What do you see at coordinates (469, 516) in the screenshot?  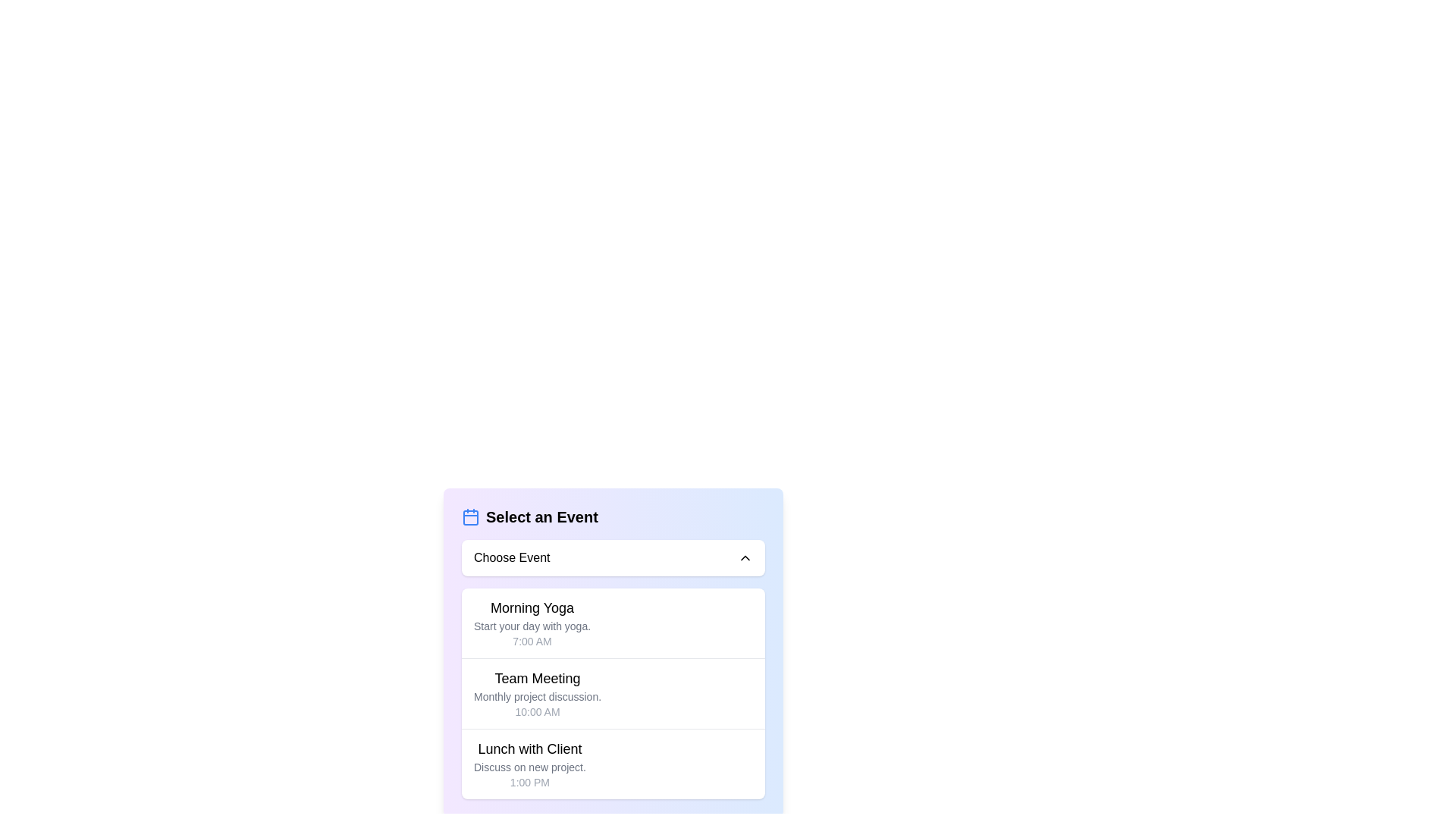 I see `the decorative graphical element representing the calendar's display surface, located in the top-left corner of the 'Select an Event' heading` at bounding box center [469, 516].